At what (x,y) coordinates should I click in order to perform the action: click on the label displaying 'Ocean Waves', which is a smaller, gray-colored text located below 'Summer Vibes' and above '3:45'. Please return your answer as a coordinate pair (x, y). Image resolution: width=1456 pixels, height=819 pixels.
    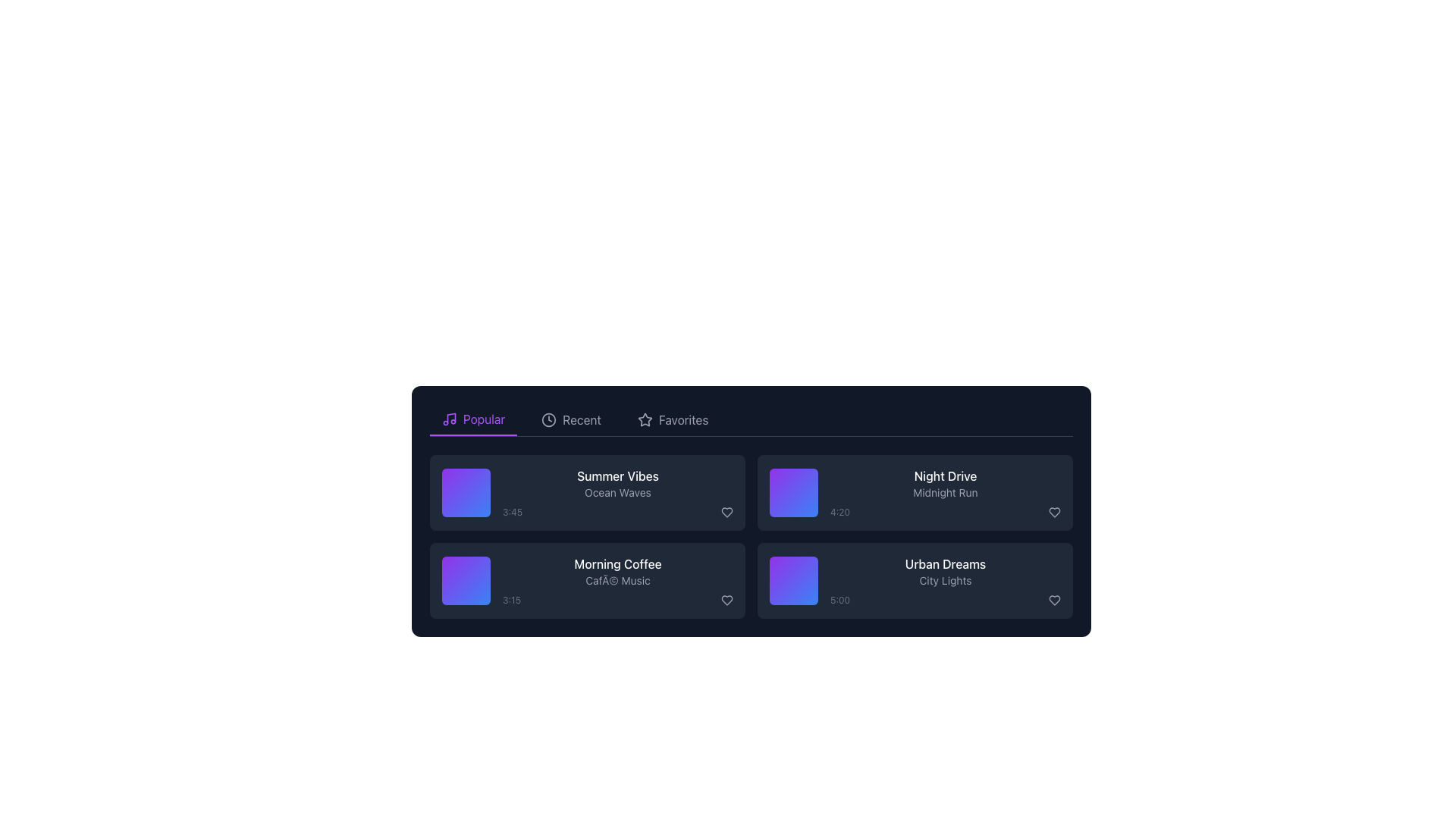
    Looking at the image, I should click on (618, 493).